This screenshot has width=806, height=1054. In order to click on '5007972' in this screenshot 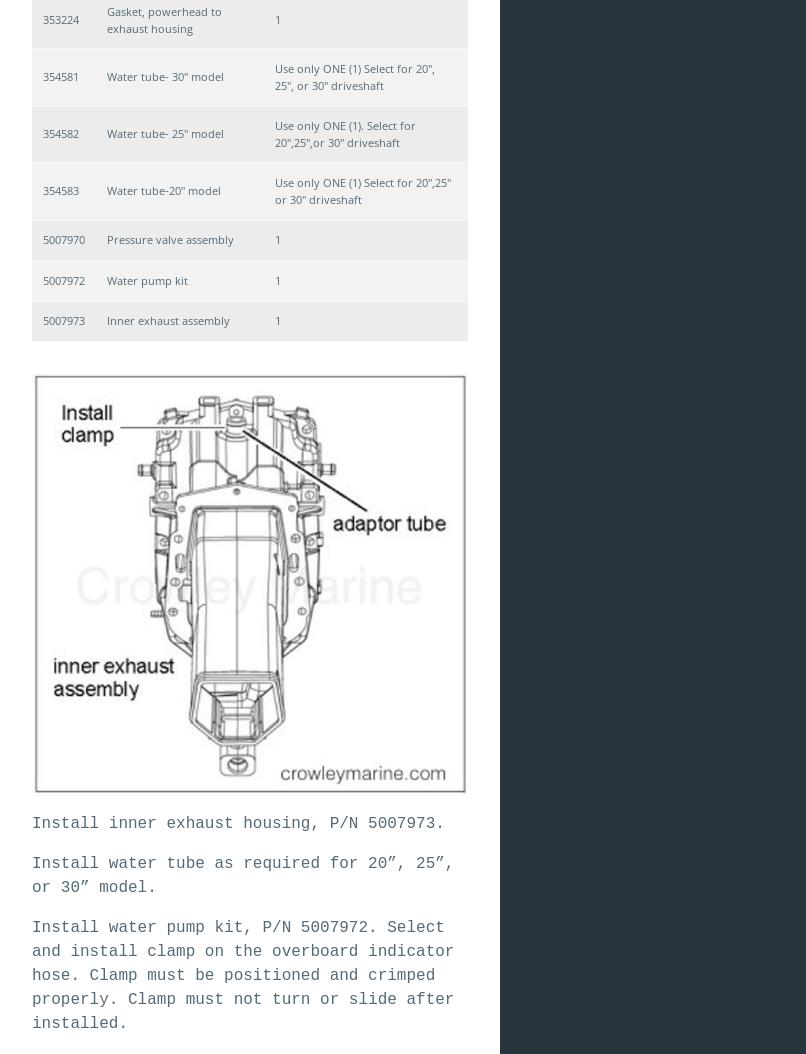, I will do `click(63, 278)`.